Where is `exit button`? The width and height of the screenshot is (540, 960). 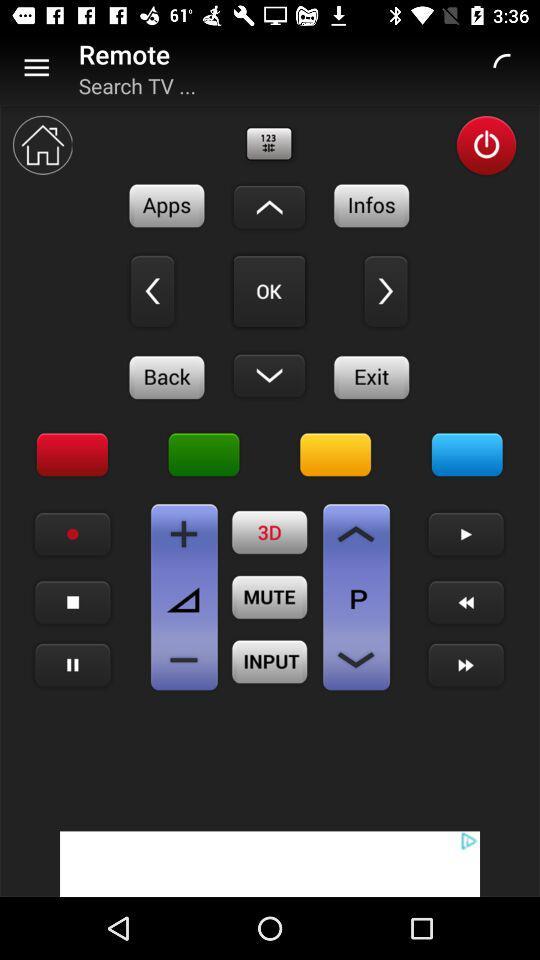
exit button is located at coordinates (372, 376).